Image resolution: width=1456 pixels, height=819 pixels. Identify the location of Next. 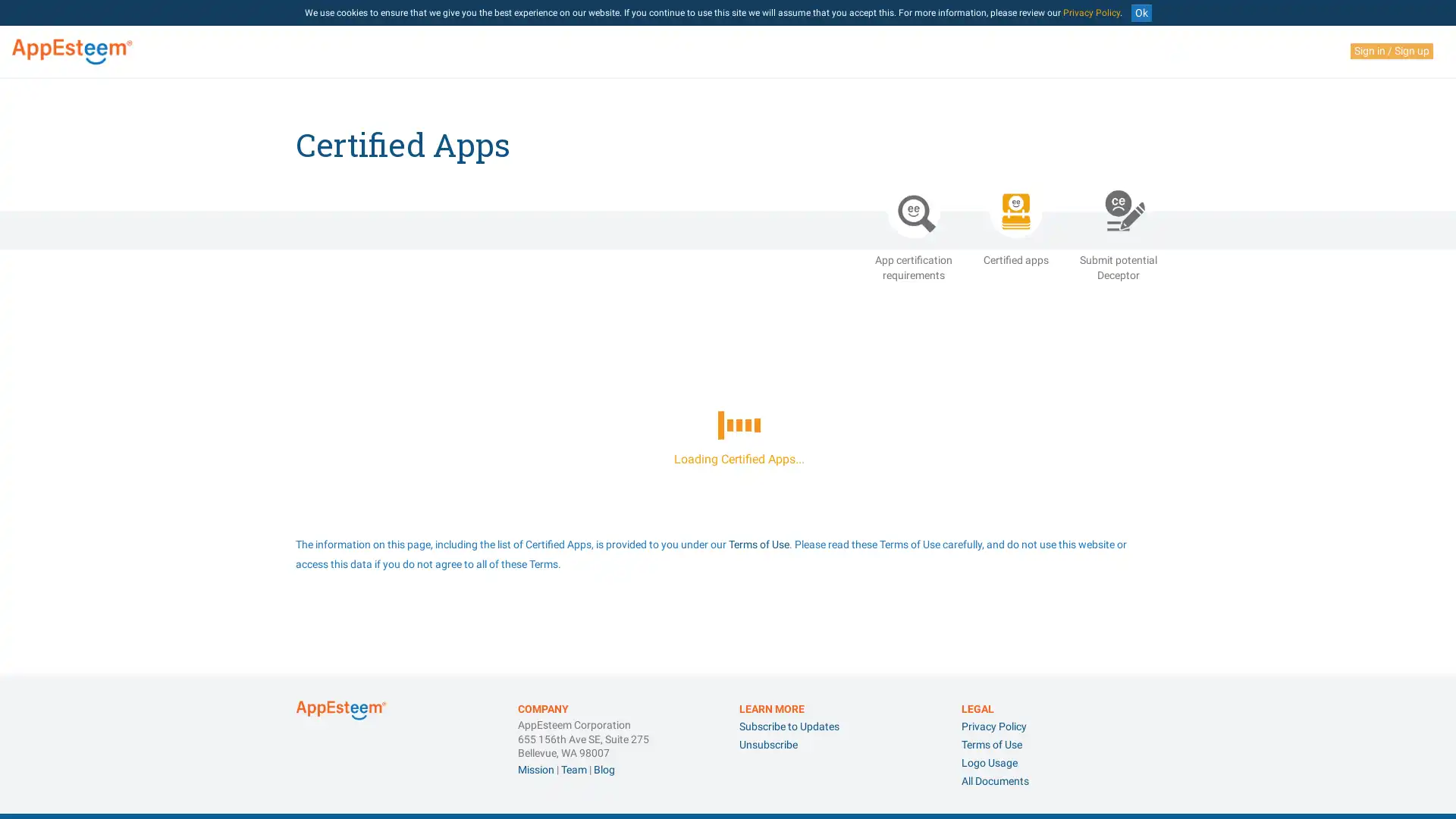
(1123, 560).